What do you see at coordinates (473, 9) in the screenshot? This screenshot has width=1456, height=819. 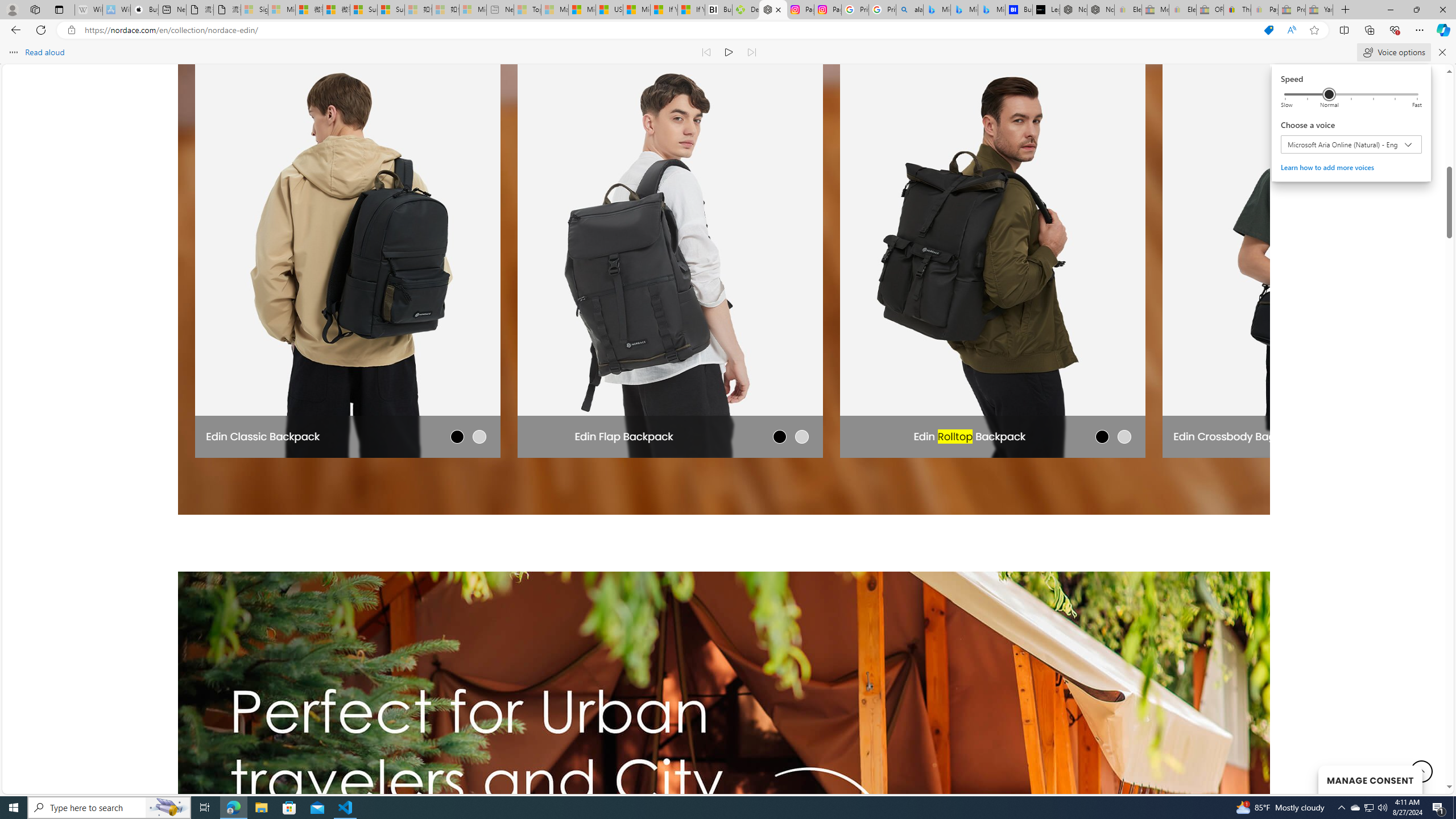 I see `'Microsoft account | Account Checkup - Sleeping'` at bounding box center [473, 9].